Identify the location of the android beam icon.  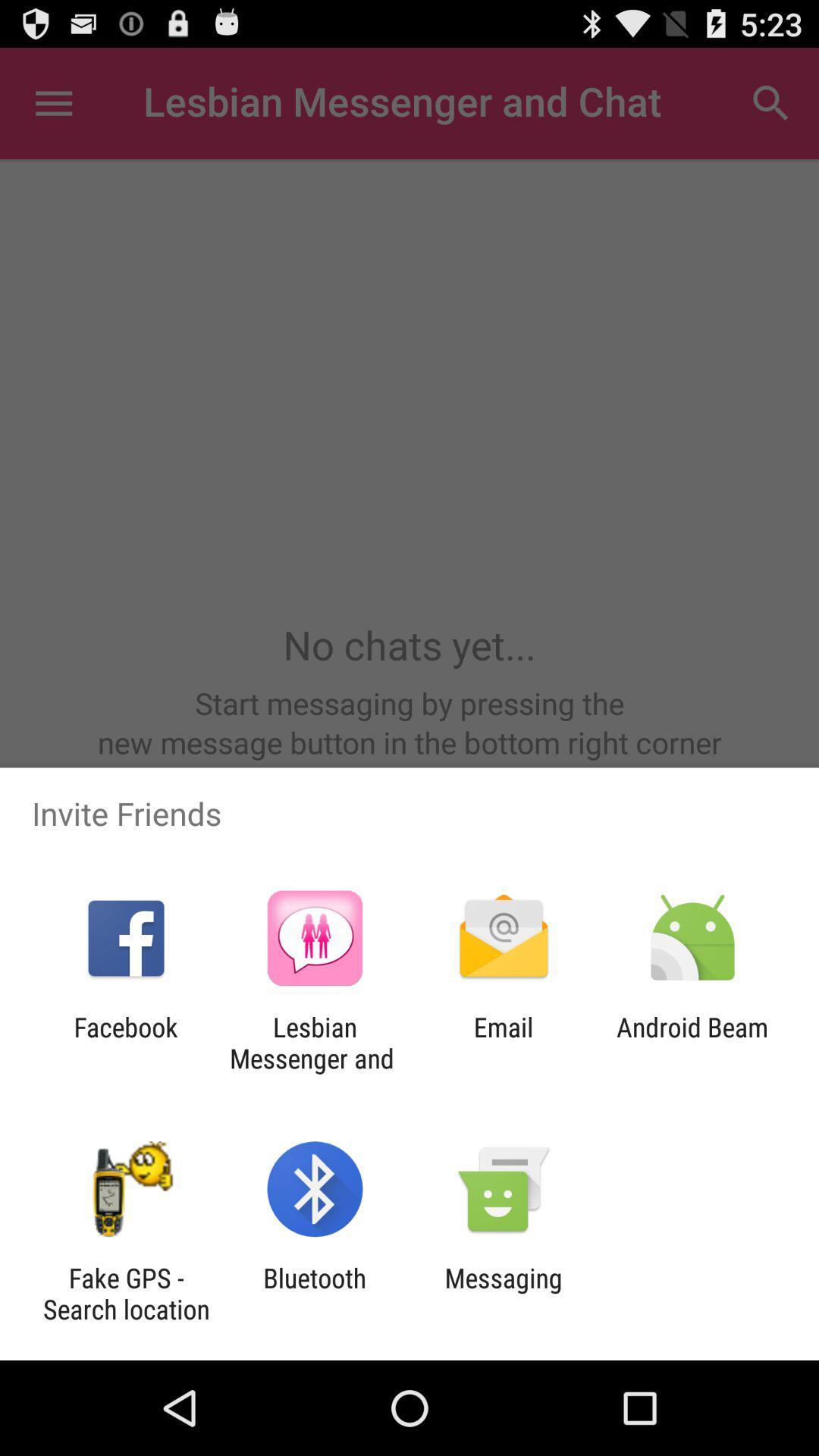
(692, 1042).